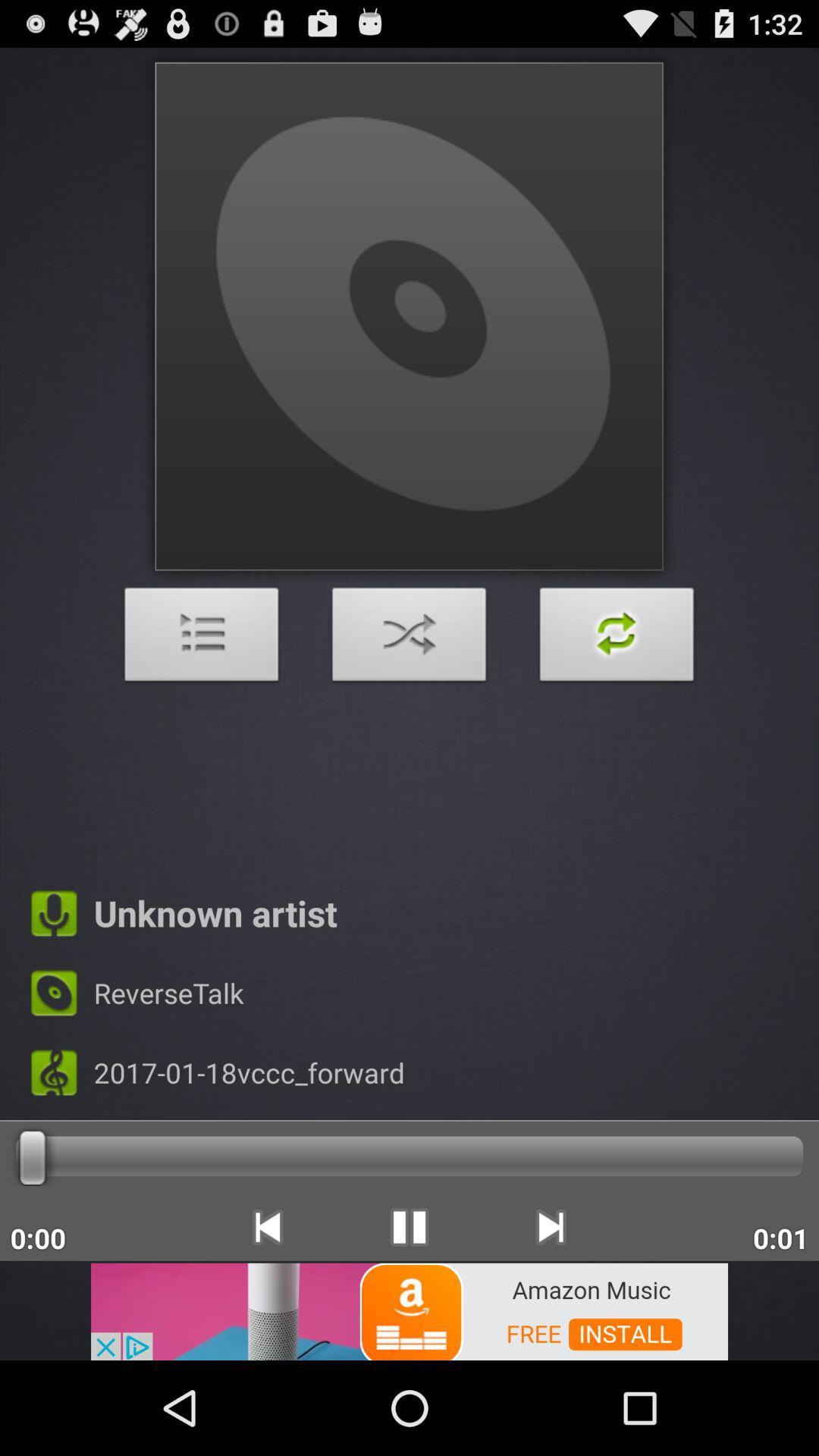 This screenshot has height=1456, width=819. Describe the element at coordinates (617, 639) in the screenshot. I see `shuffle` at that location.